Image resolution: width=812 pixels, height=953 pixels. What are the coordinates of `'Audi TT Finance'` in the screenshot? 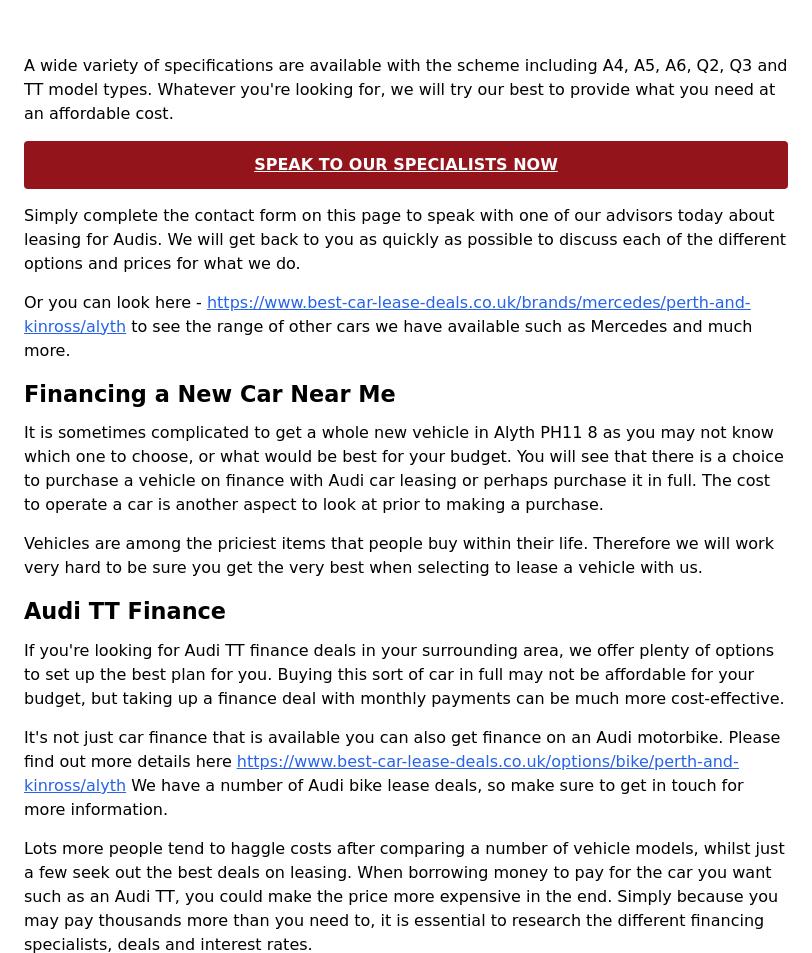 It's located at (124, 610).